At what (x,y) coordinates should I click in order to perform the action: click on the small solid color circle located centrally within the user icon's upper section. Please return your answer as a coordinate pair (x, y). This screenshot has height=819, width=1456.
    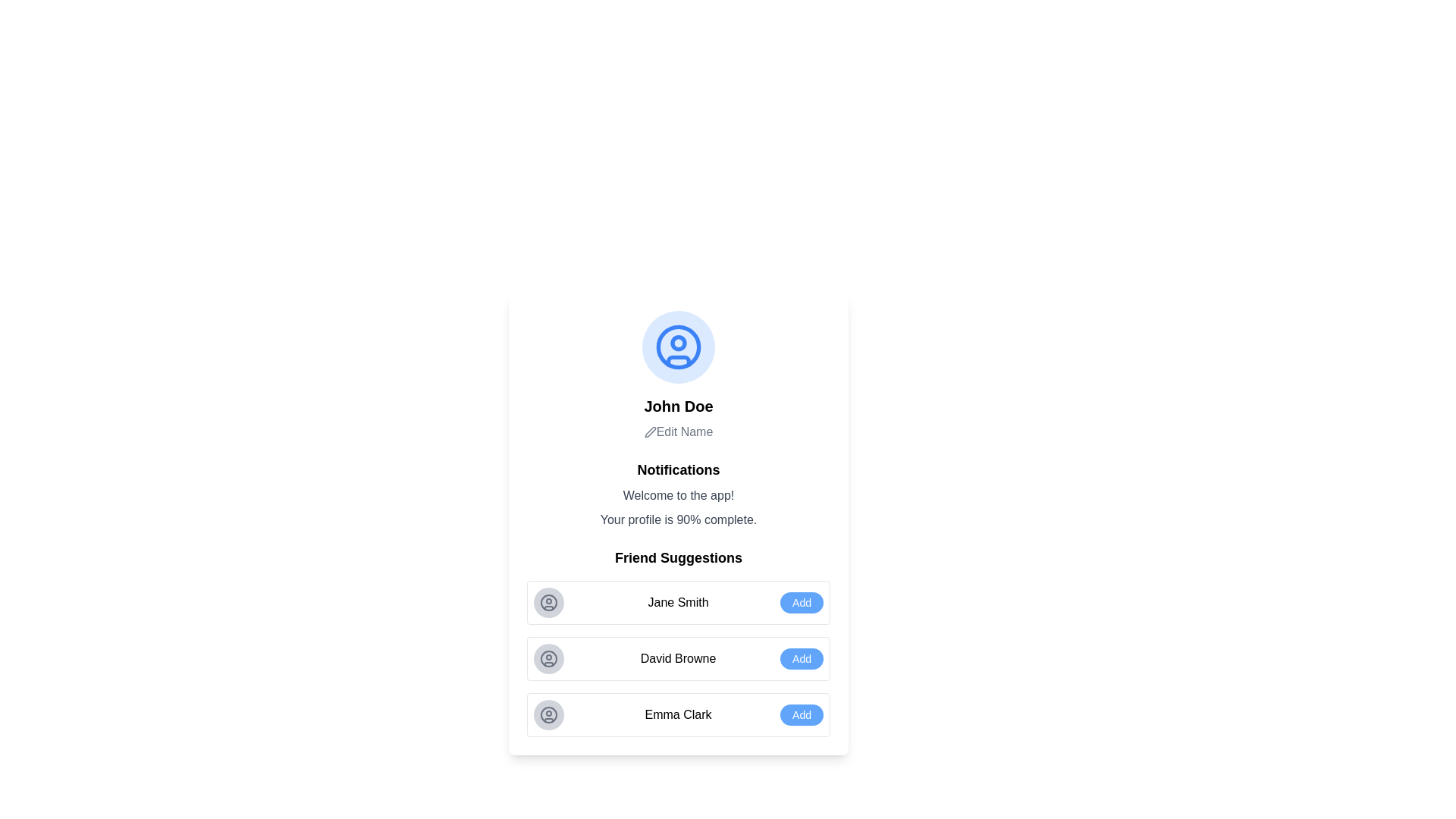
    Looking at the image, I should click on (677, 342).